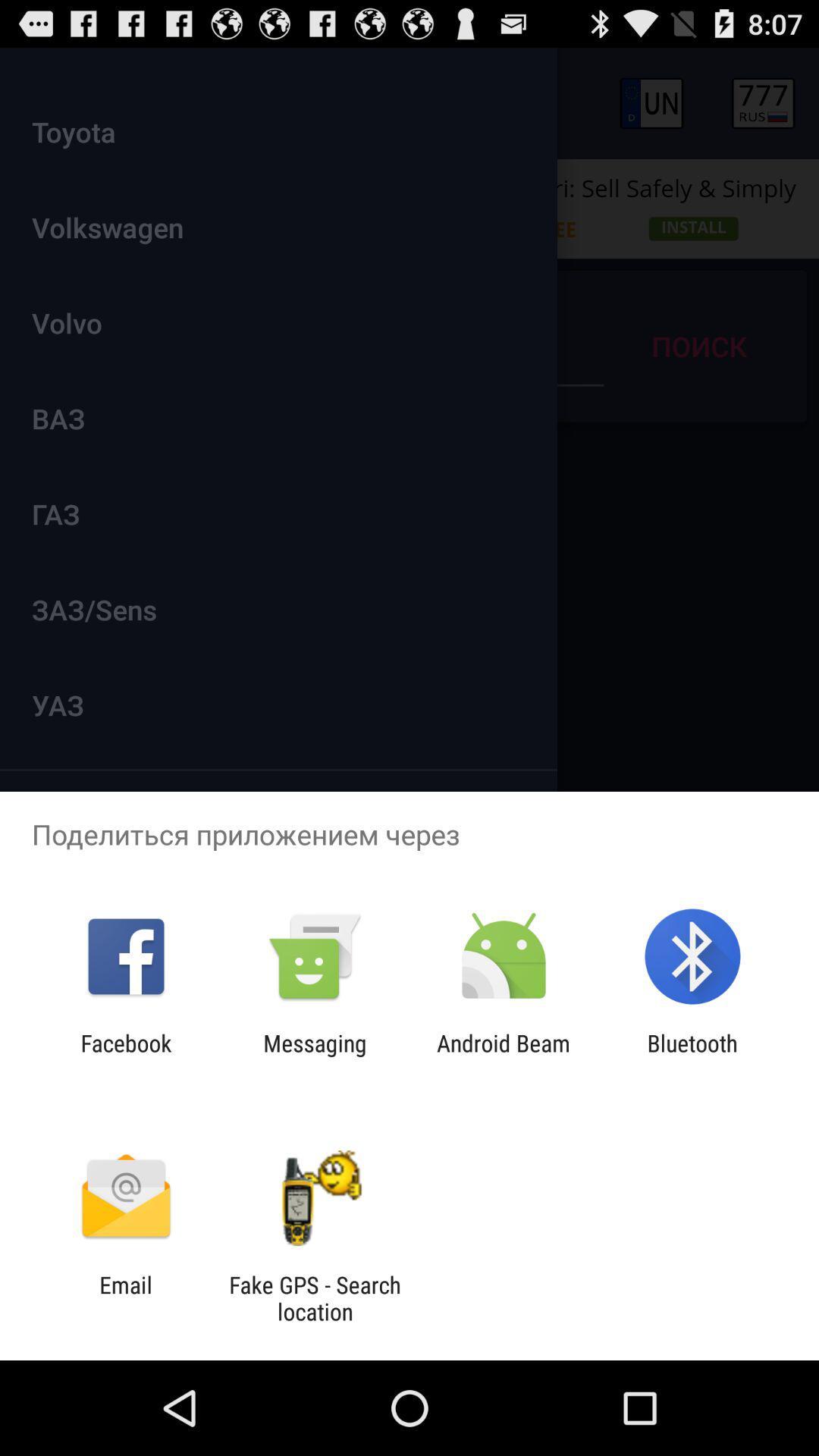 The width and height of the screenshot is (819, 1456). What do you see at coordinates (125, 1298) in the screenshot?
I see `app to the left of the fake gps search item` at bounding box center [125, 1298].